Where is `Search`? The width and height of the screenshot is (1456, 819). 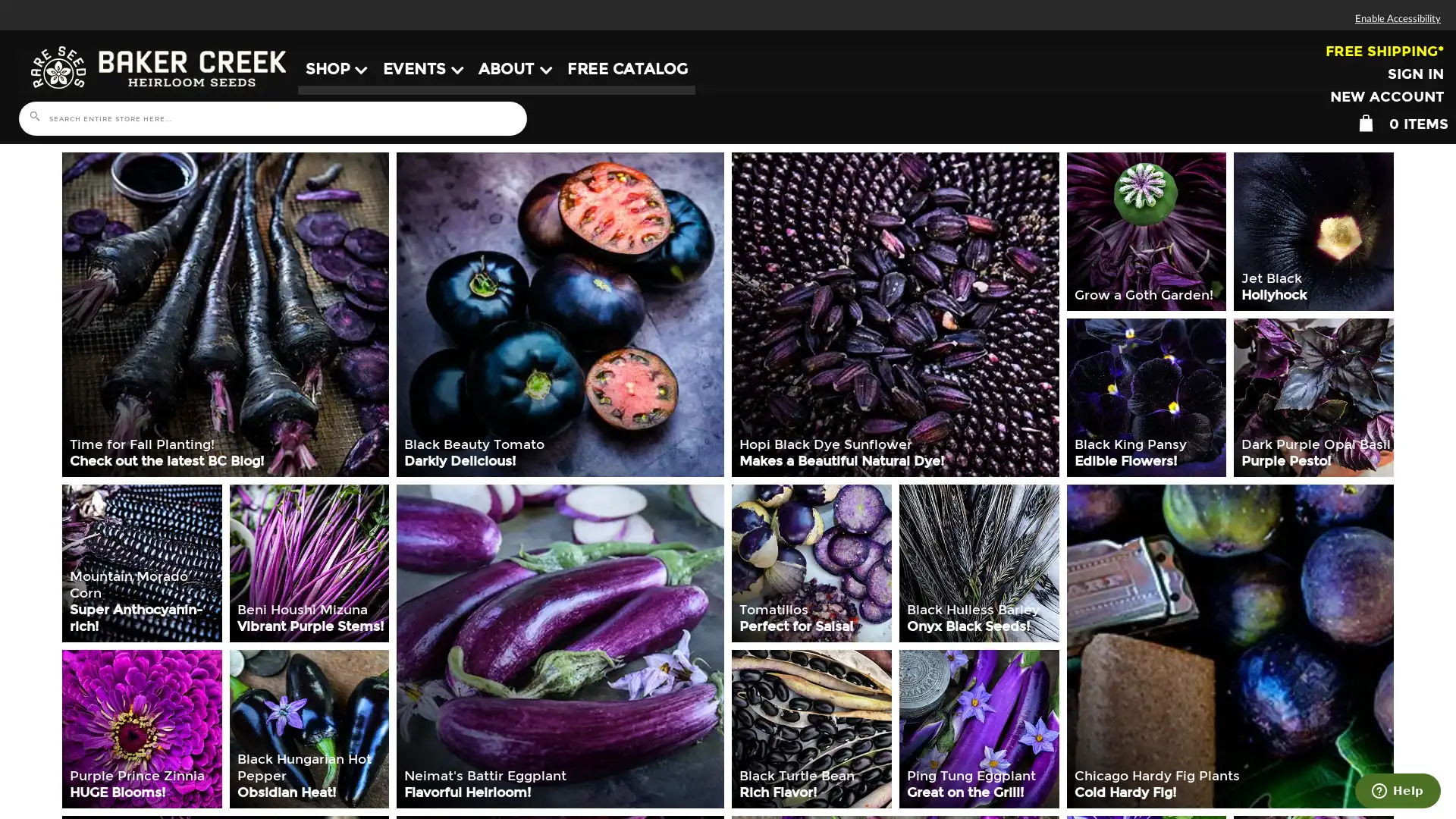
Search is located at coordinates (33, 116).